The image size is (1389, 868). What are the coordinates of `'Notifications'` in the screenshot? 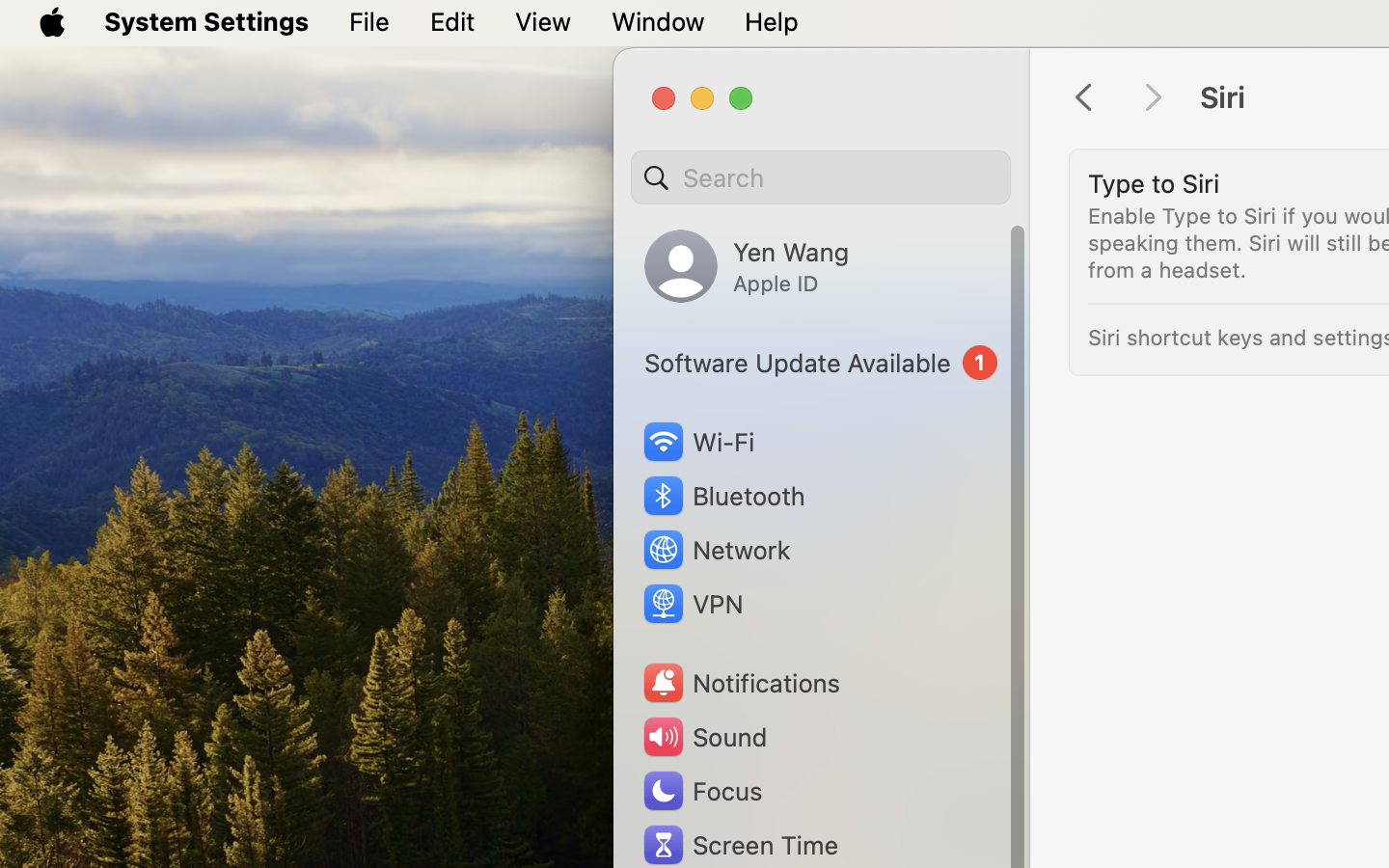 It's located at (739, 682).